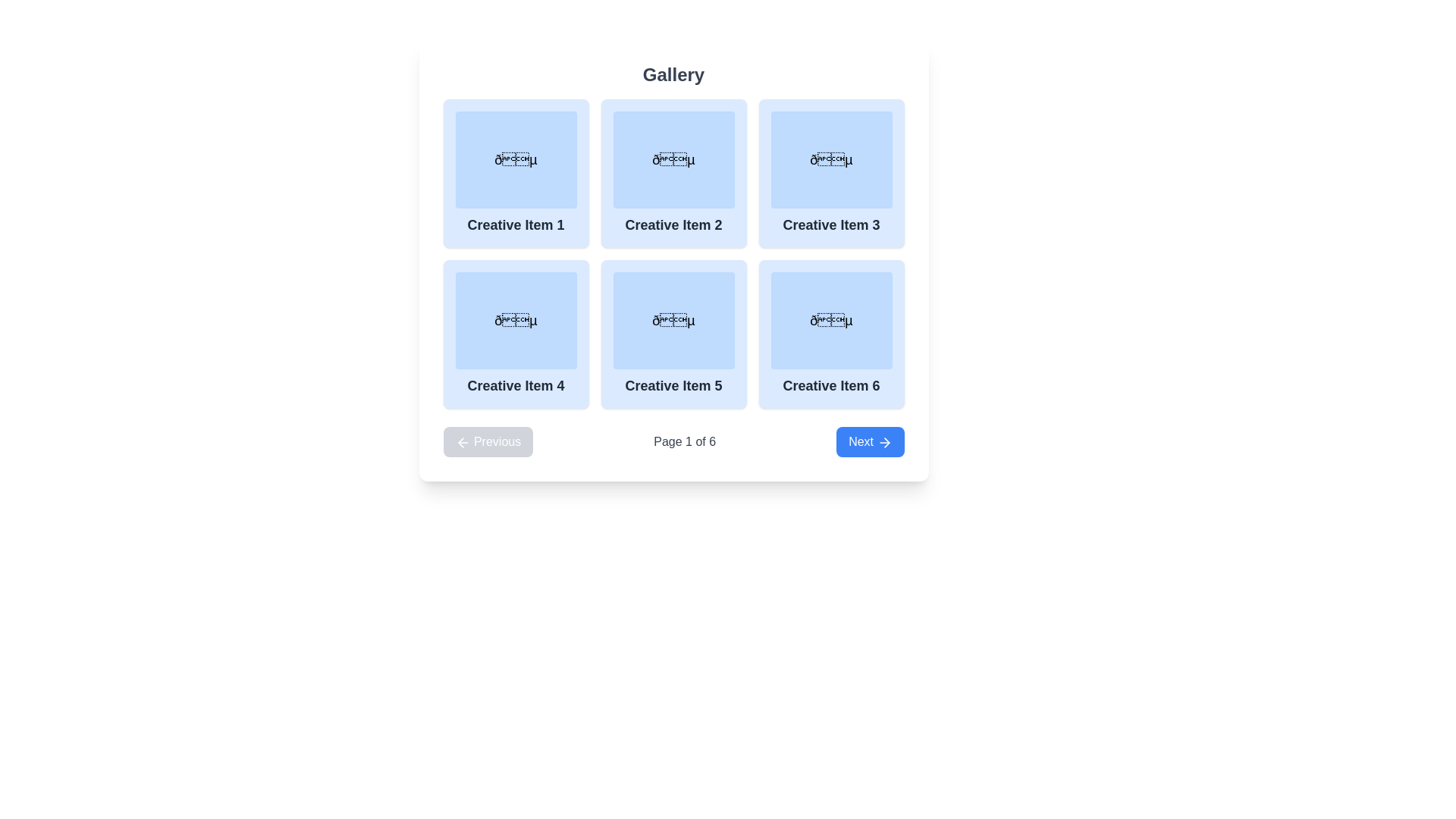 This screenshot has height=819, width=1456. I want to click on text content of the label displaying 'Creative Item 2', which is styled in bold sans-serif font and is located in the second column of the first row in a grid layout, so click(673, 225).